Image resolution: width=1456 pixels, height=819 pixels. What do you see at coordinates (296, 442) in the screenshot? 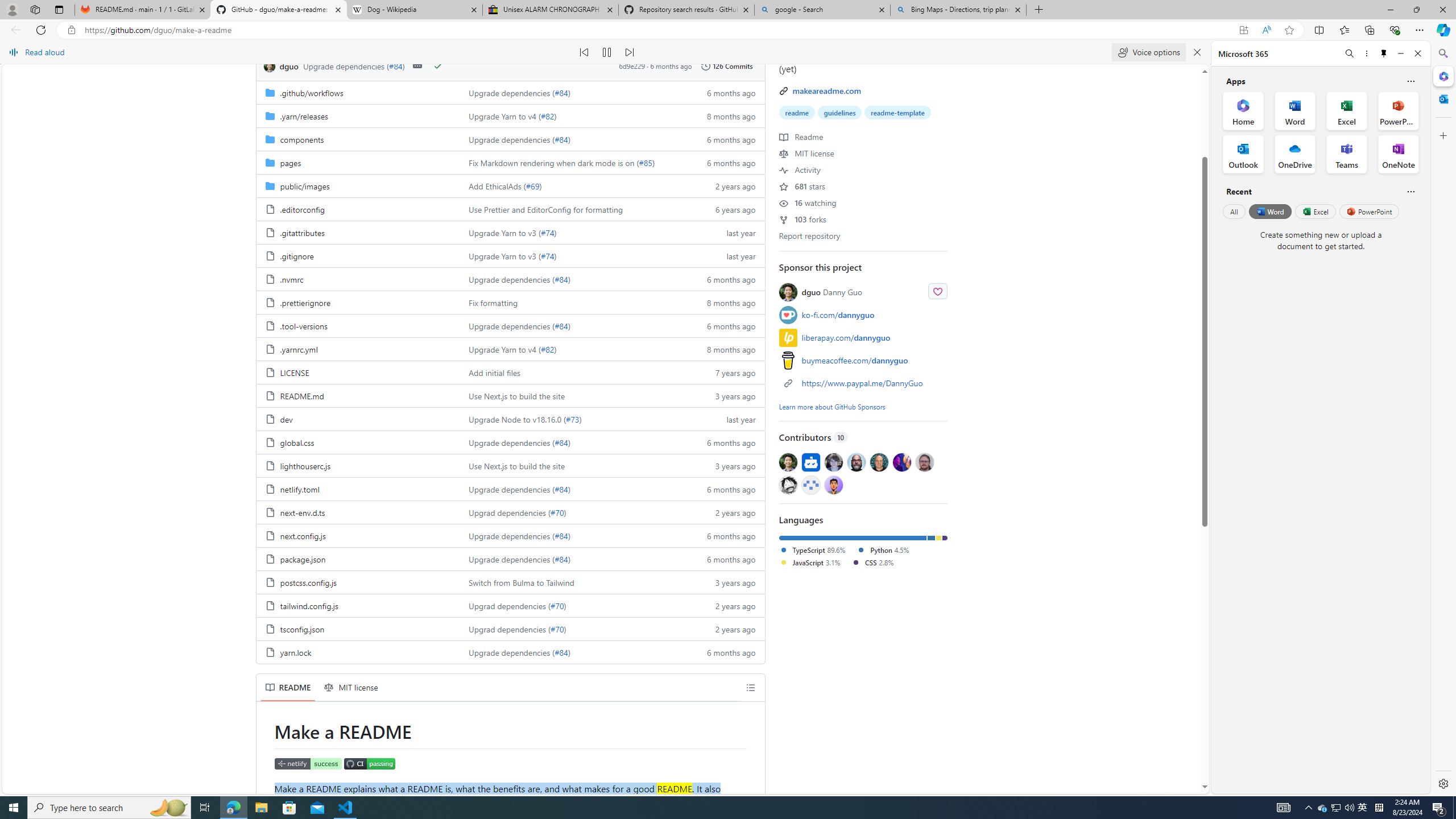
I see `'global.css, (File)'` at bounding box center [296, 442].